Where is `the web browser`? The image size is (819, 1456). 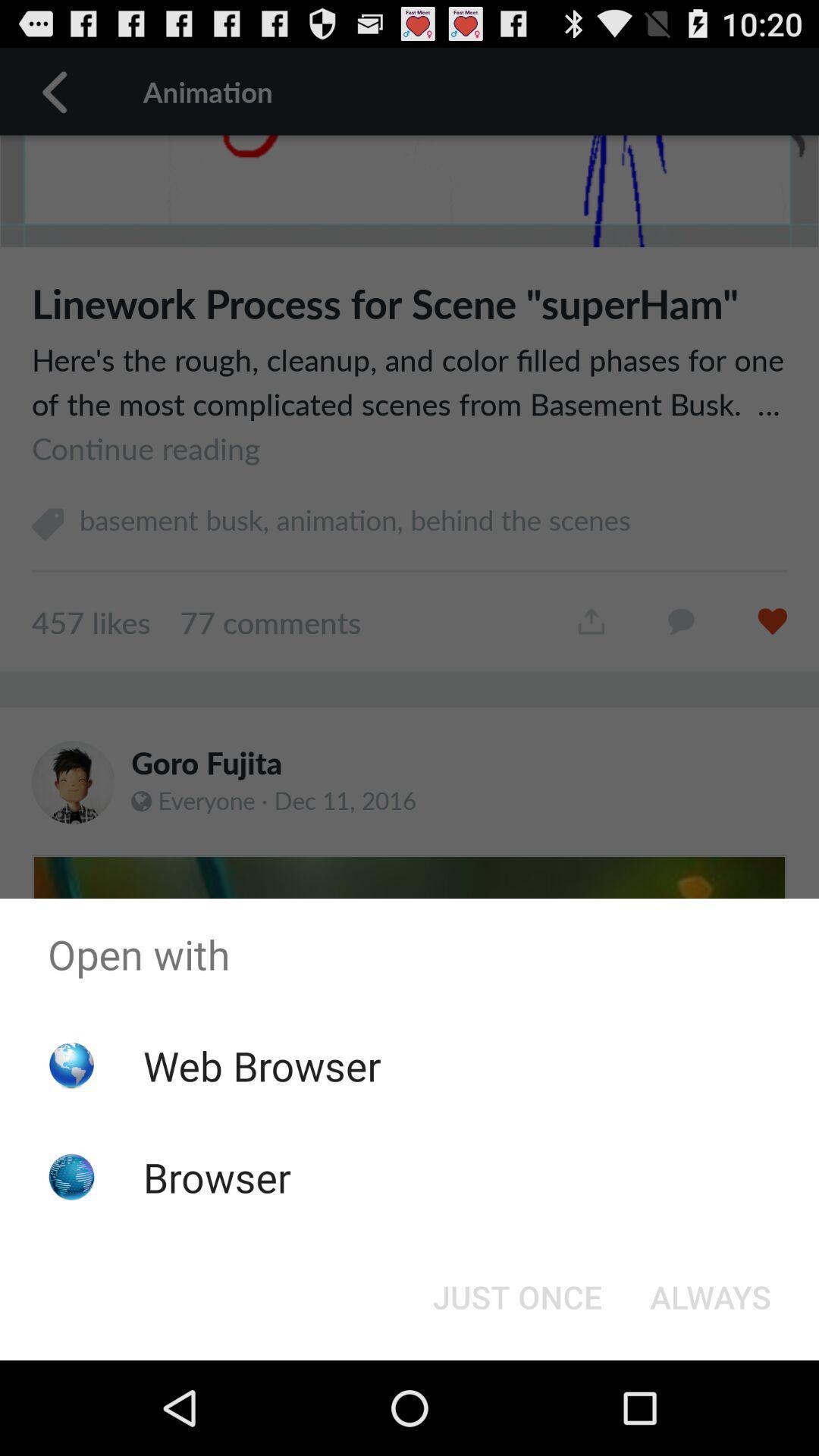
the web browser is located at coordinates (261, 1065).